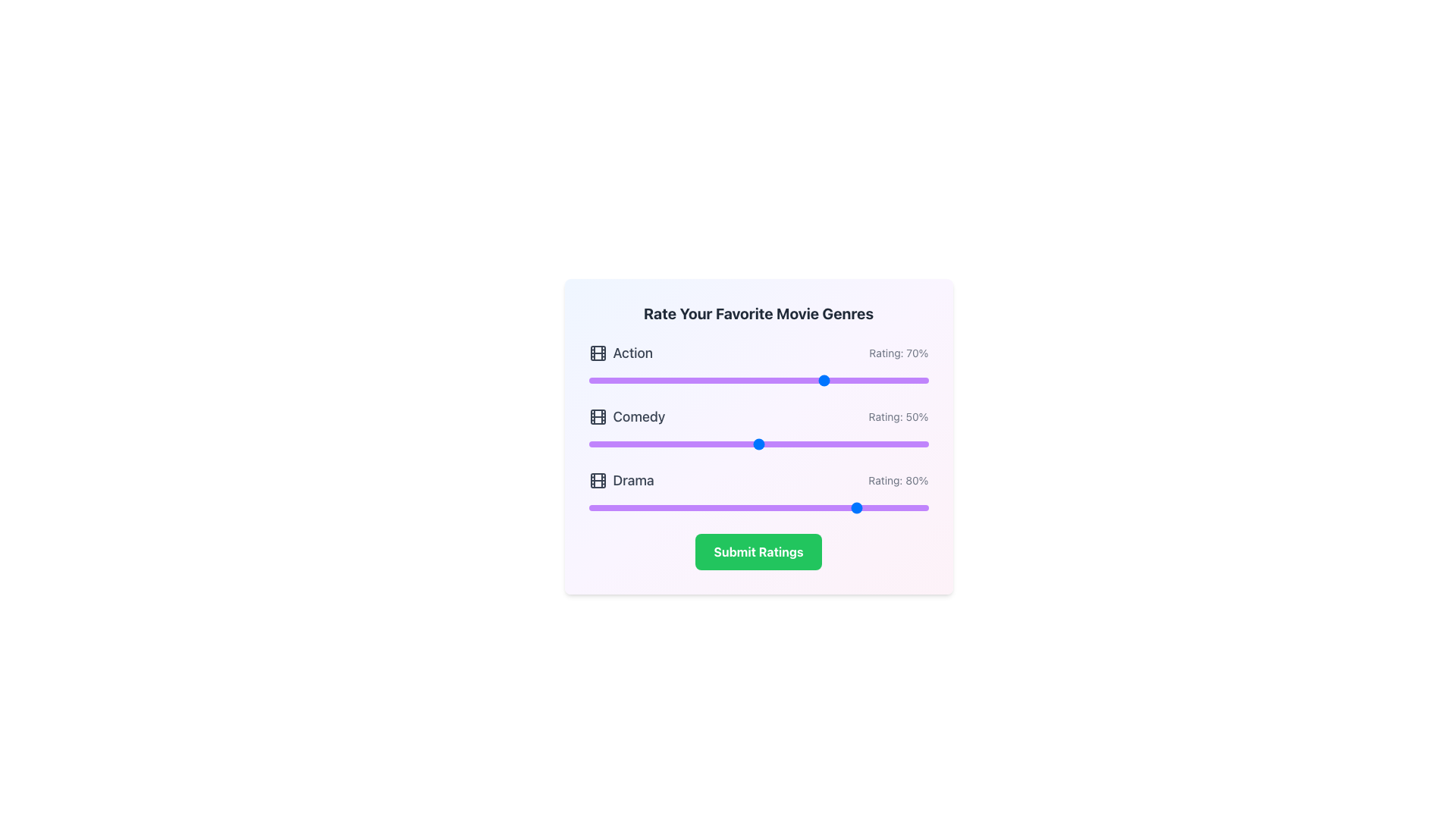 The width and height of the screenshot is (1456, 819). What do you see at coordinates (812, 444) in the screenshot?
I see `the slider` at bounding box center [812, 444].